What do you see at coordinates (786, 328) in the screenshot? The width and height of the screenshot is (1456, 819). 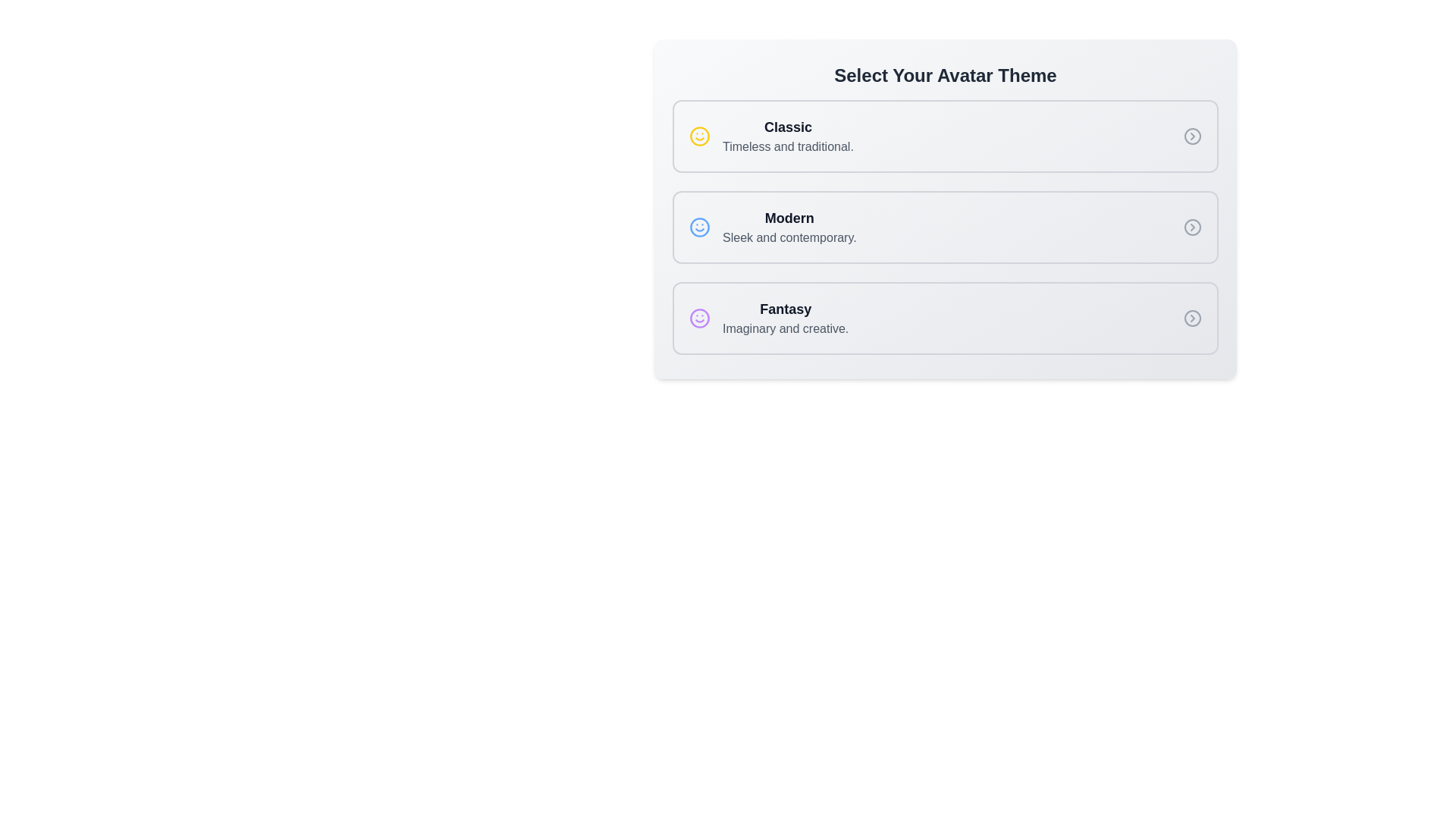 I see `the text label 'Imaginary and creative.'` at bounding box center [786, 328].